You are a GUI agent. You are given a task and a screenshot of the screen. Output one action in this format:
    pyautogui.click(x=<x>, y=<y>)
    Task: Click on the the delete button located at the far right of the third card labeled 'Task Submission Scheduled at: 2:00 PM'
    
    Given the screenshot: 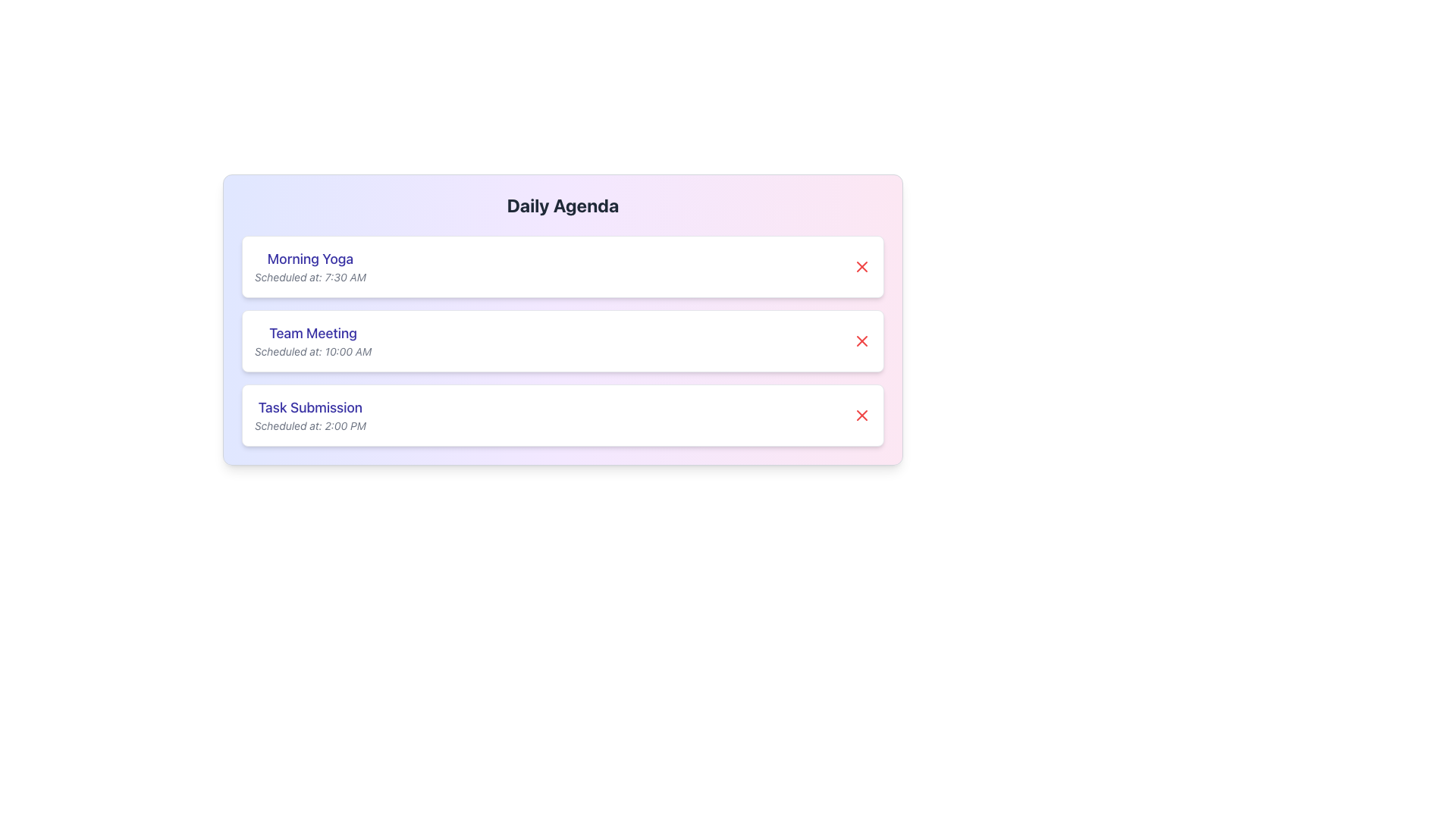 What is the action you would take?
    pyautogui.click(x=862, y=415)
    